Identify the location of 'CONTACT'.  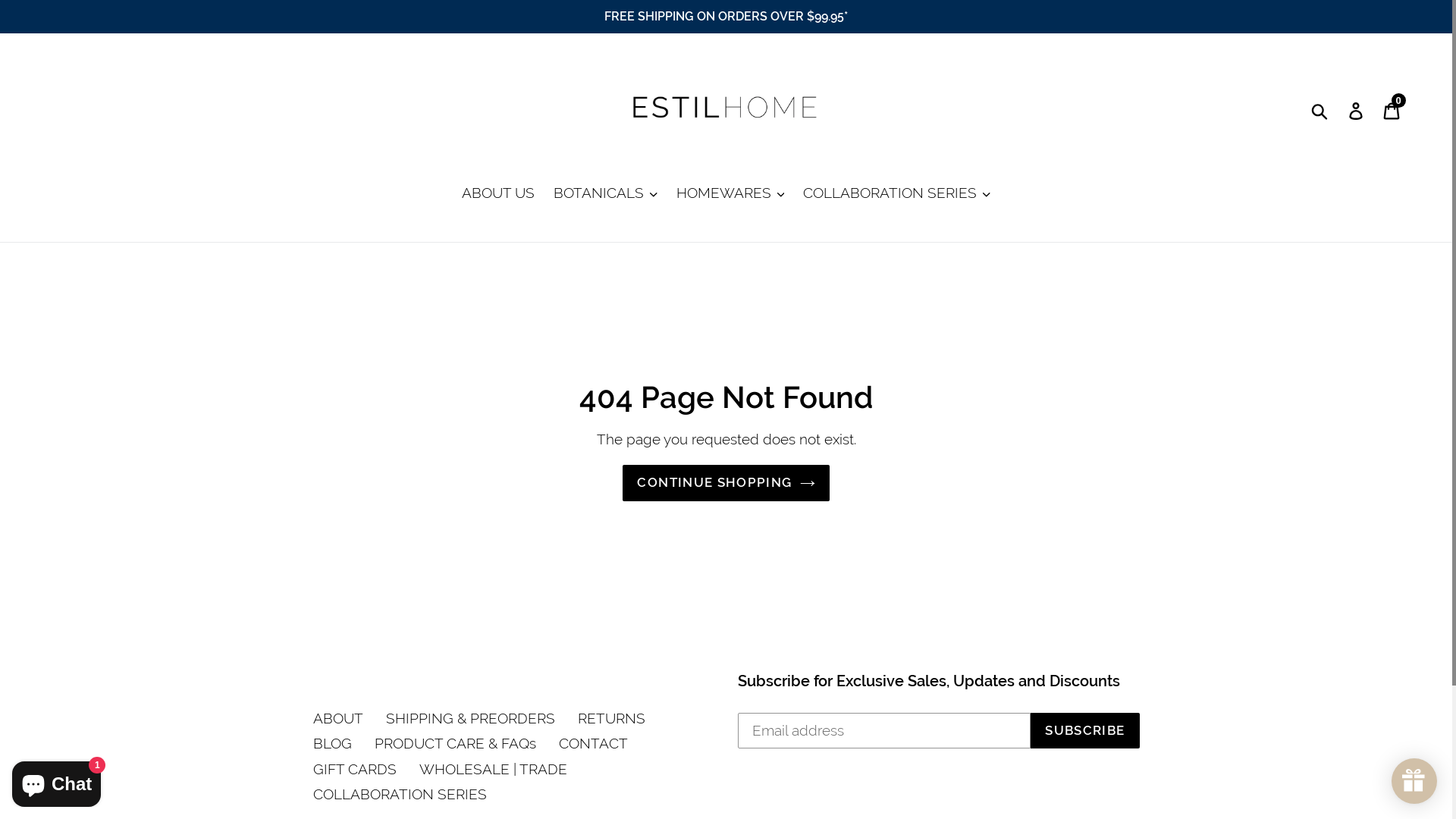
(557, 742).